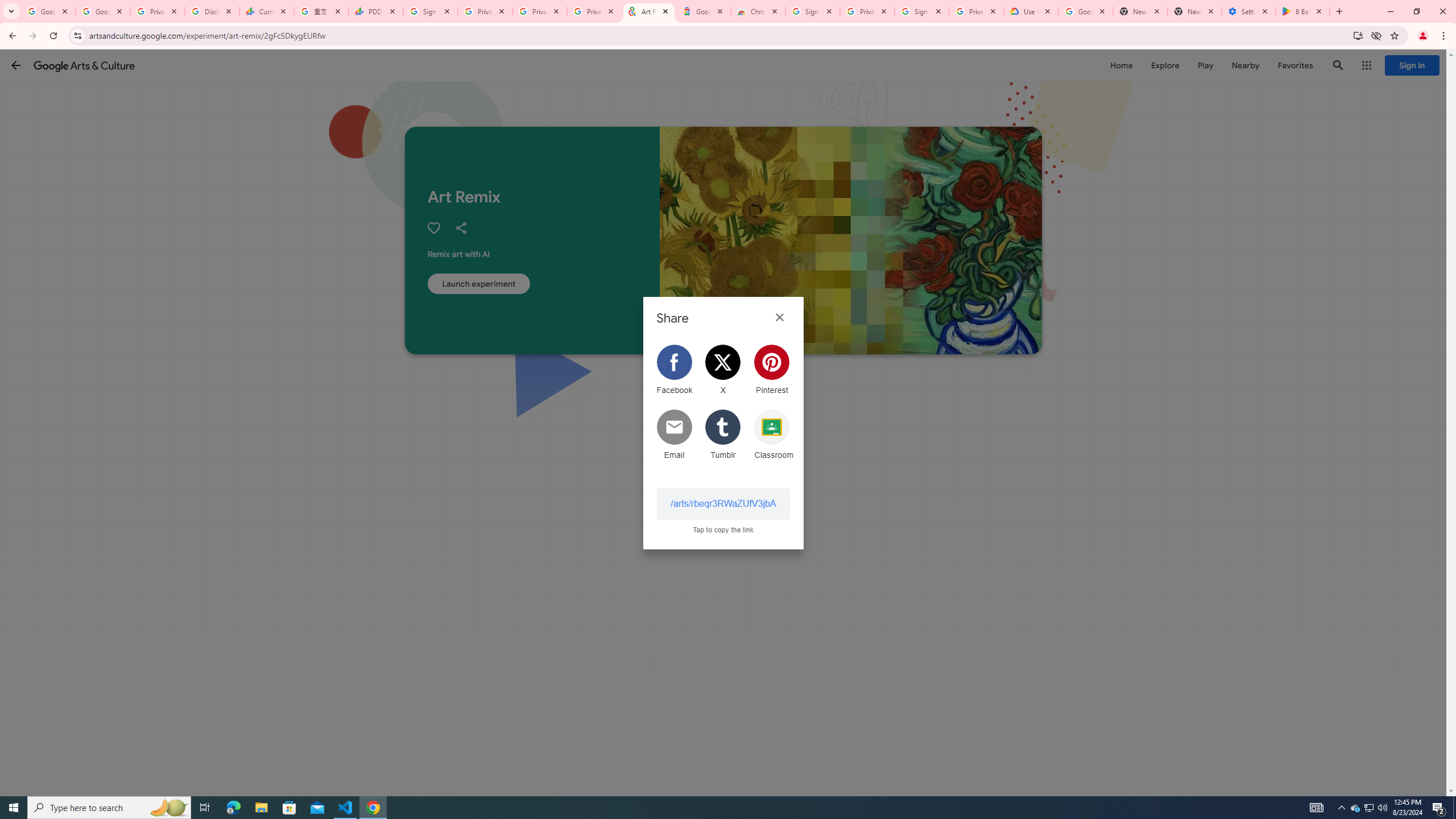  What do you see at coordinates (539, 11) in the screenshot?
I see `'Privacy Checkup'` at bounding box center [539, 11].